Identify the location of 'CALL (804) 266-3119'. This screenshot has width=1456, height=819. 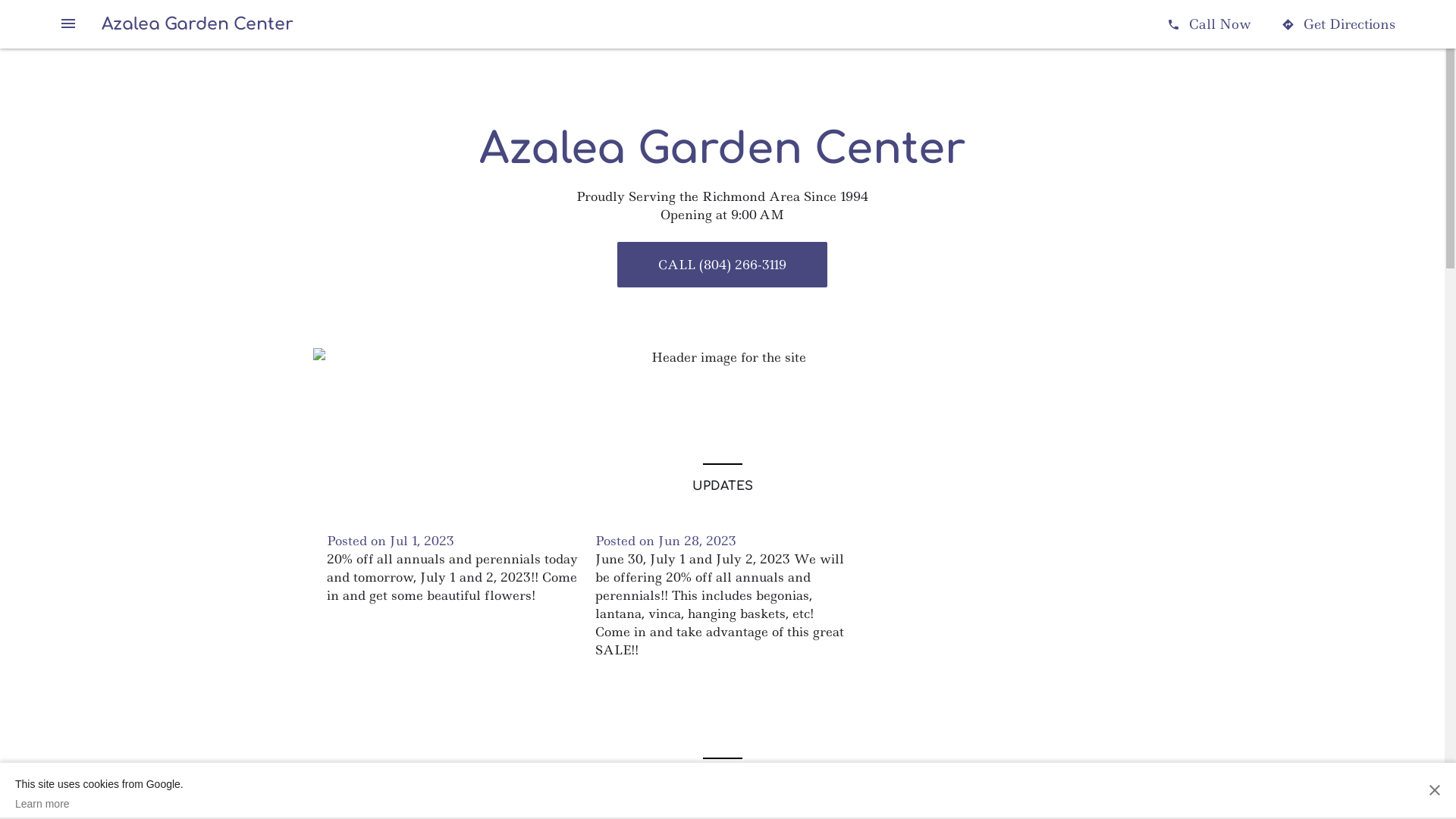
(721, 263).